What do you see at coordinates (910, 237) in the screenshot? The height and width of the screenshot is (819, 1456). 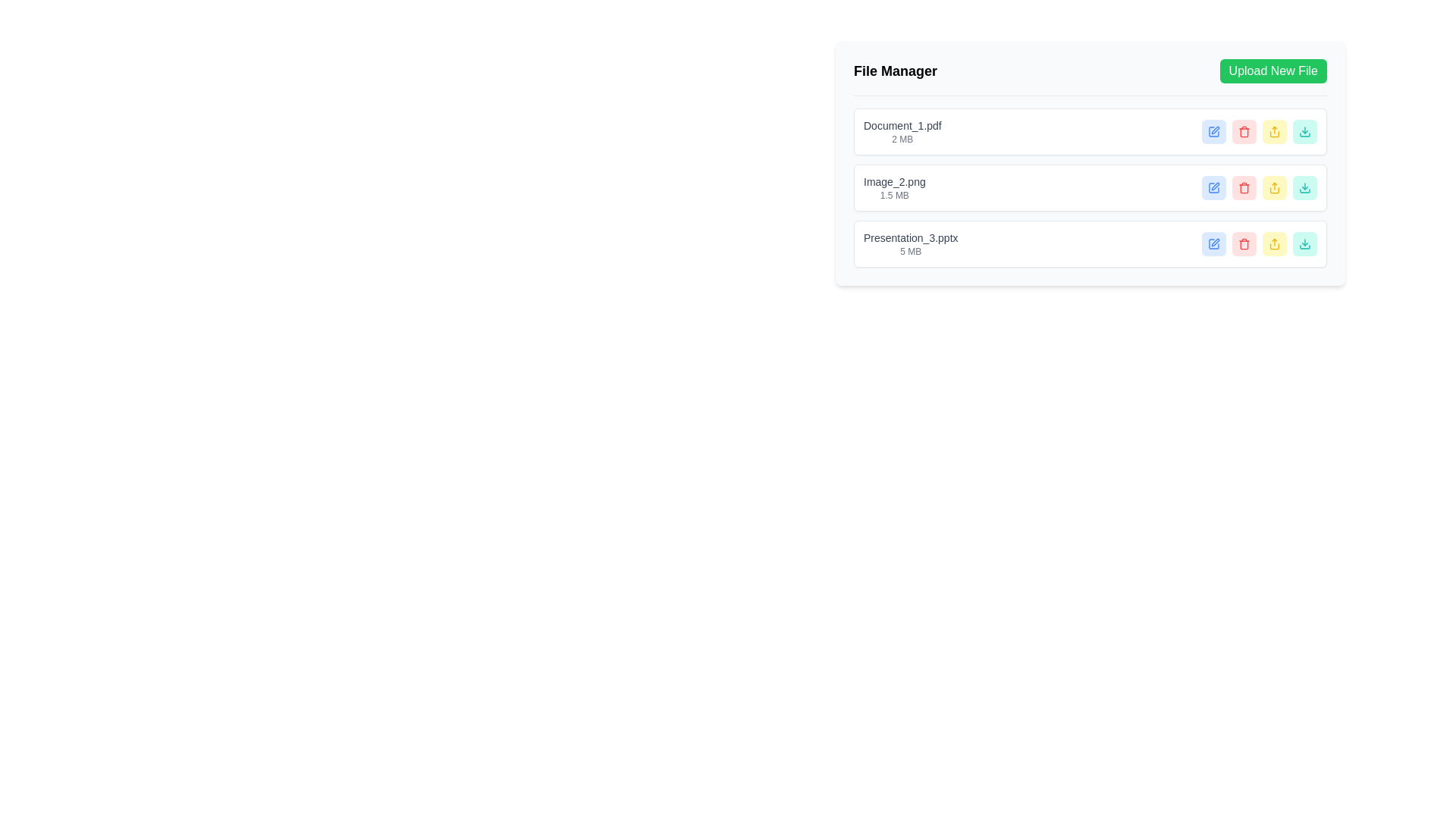 I see `the static text label displaying 'Presentation_3.pptx', which is located prominently above the file size text '5 MB' in the File Manager section` at bounding box center [910, 237].